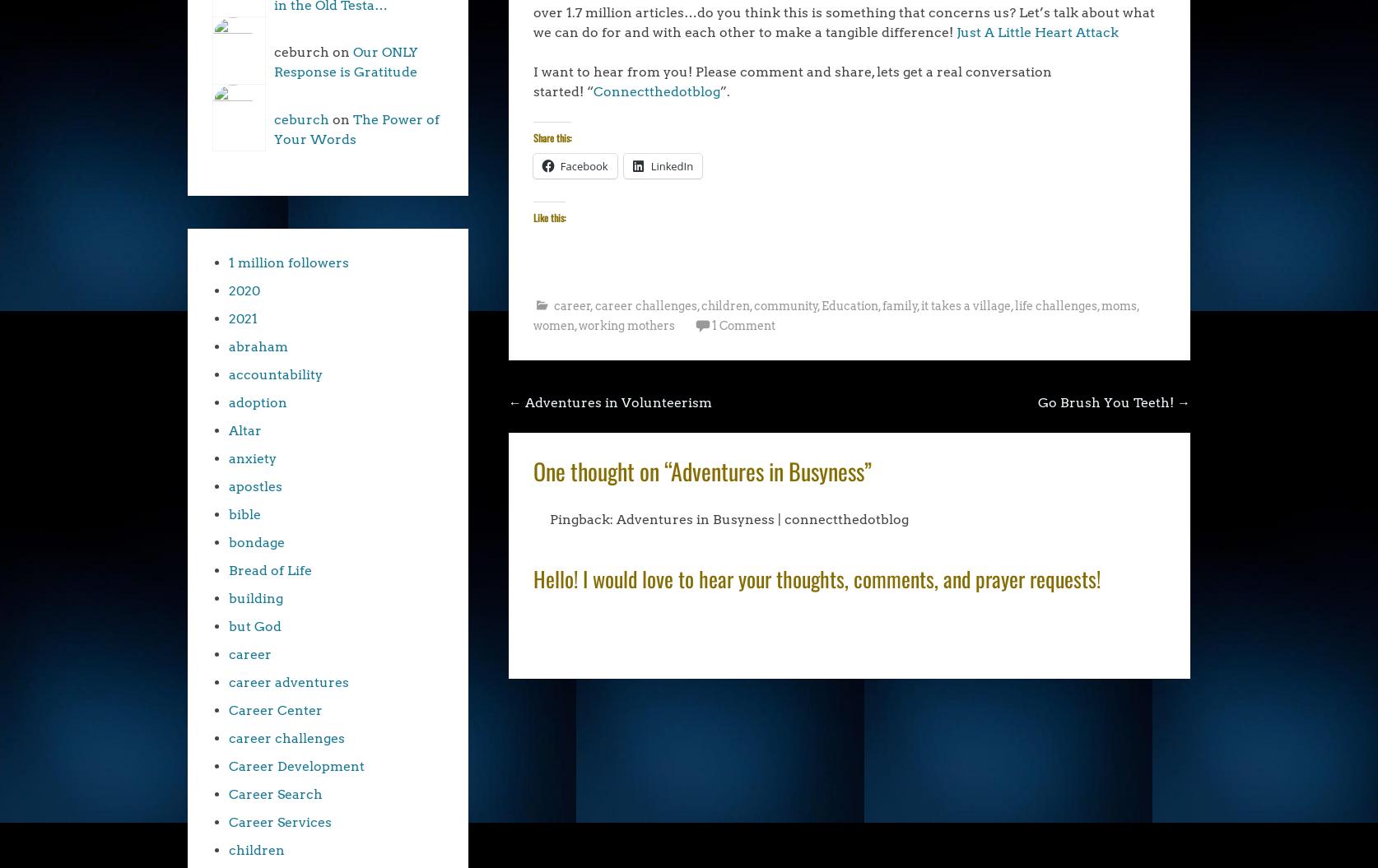  Describe the element at coordinates (1036, 31) in the screenshot. I see `'Just A Little Heart Attack'` at that location.